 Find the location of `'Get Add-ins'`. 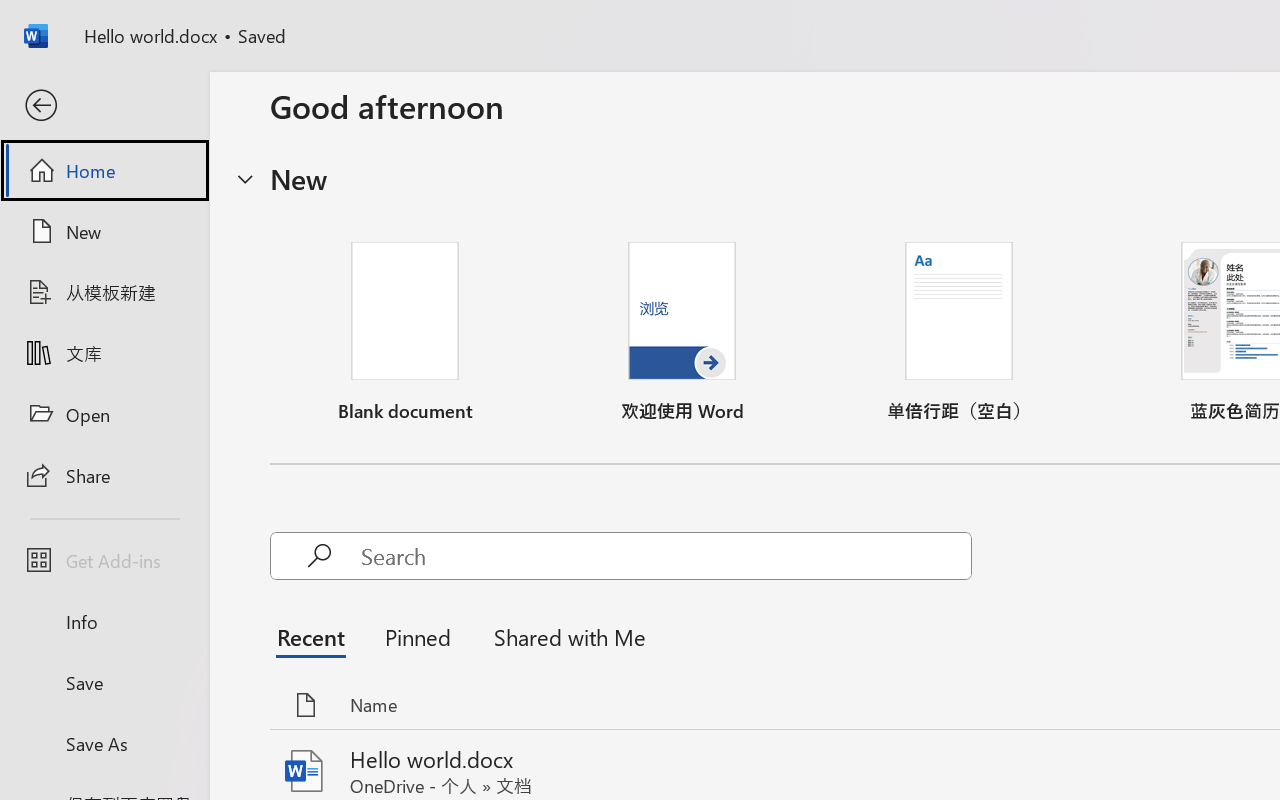

'Get Add-ins' is located at coordinates (103, 560).